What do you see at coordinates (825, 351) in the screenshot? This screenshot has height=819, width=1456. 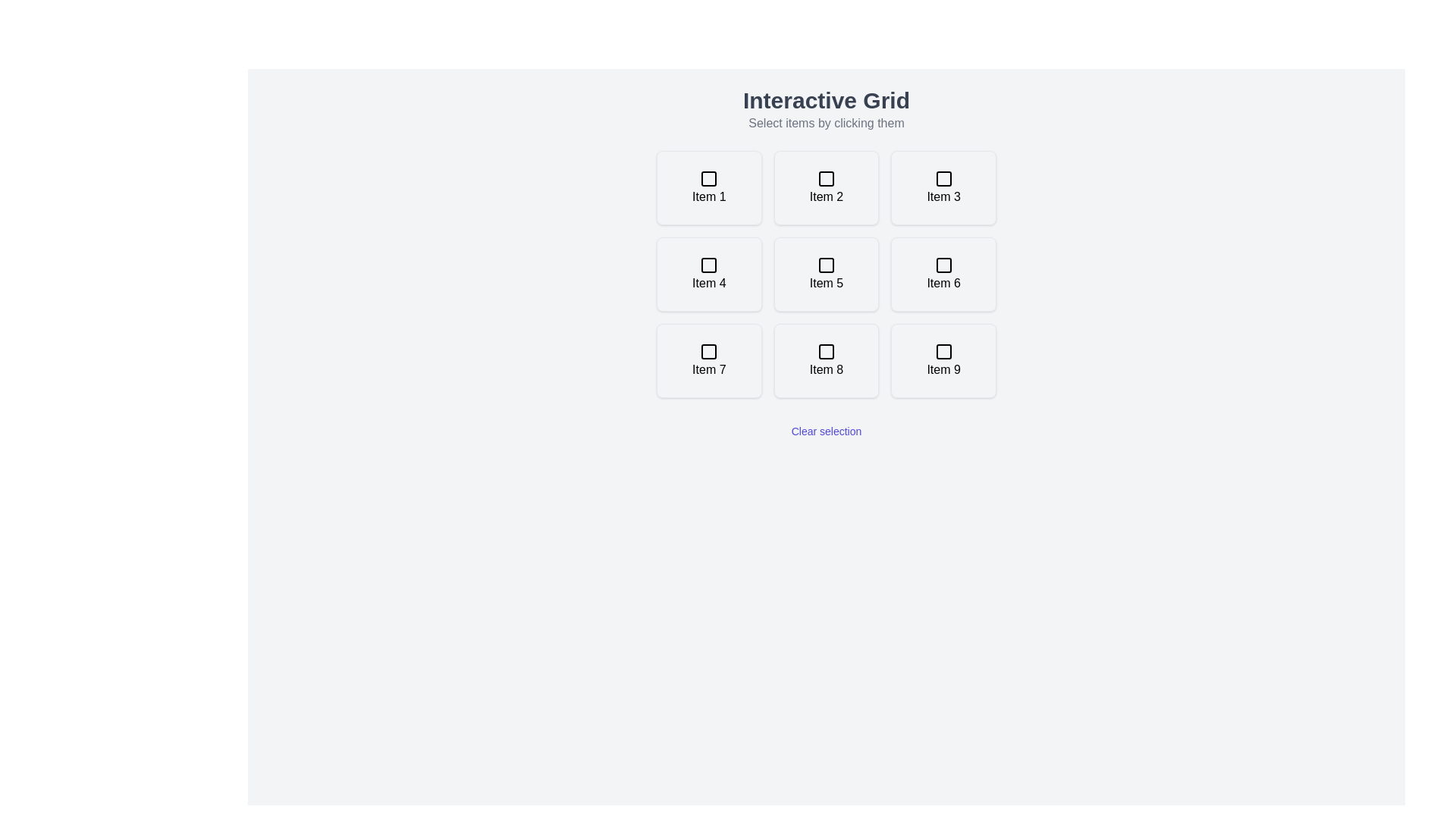 I see `the 'Item 8' icon in the grid` at bounding box center [825, 351].